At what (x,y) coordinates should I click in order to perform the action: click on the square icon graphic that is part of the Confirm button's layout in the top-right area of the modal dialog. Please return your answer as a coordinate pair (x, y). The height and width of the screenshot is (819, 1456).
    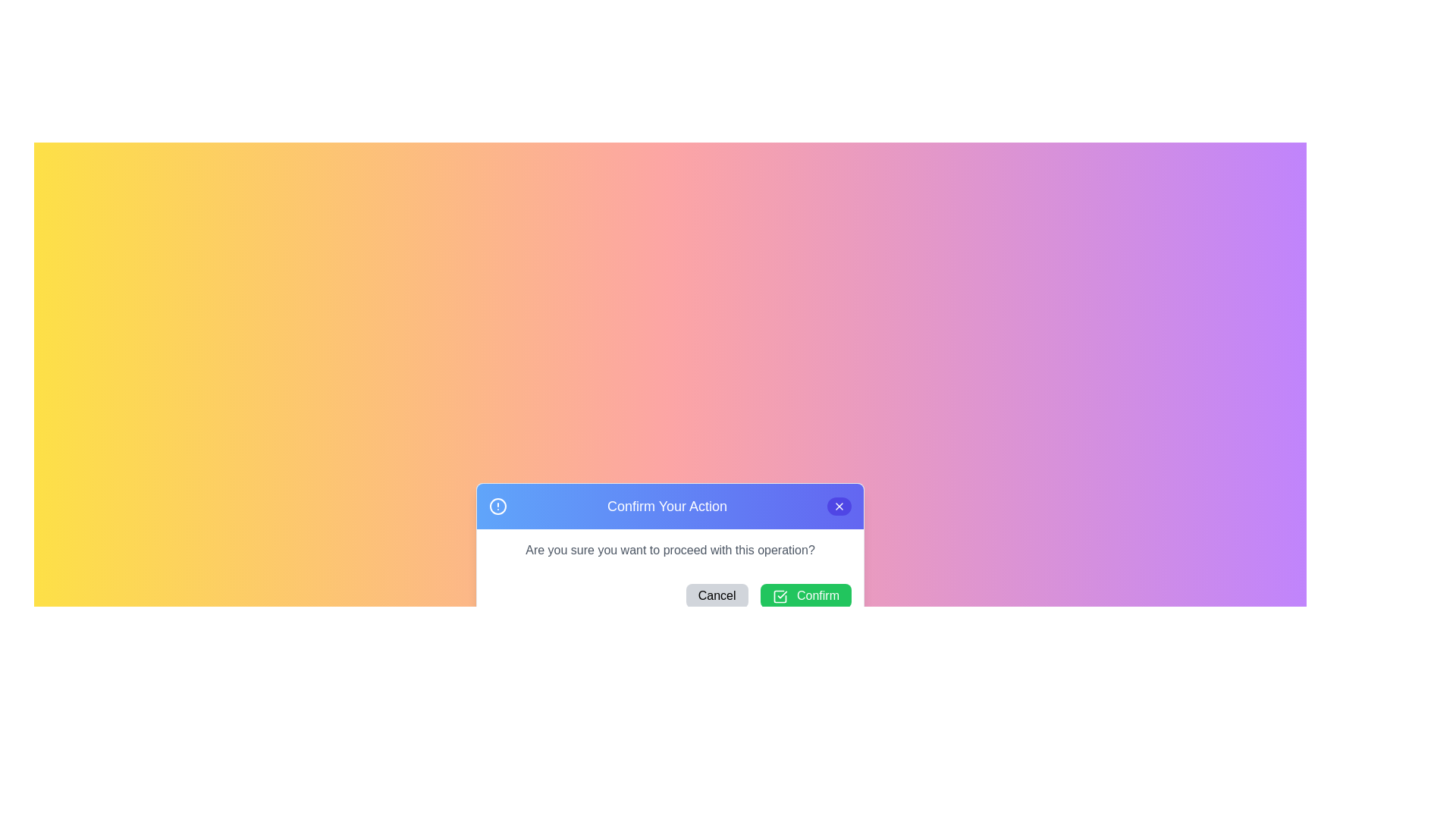
    Looking at the image, I should click on (780, 595).